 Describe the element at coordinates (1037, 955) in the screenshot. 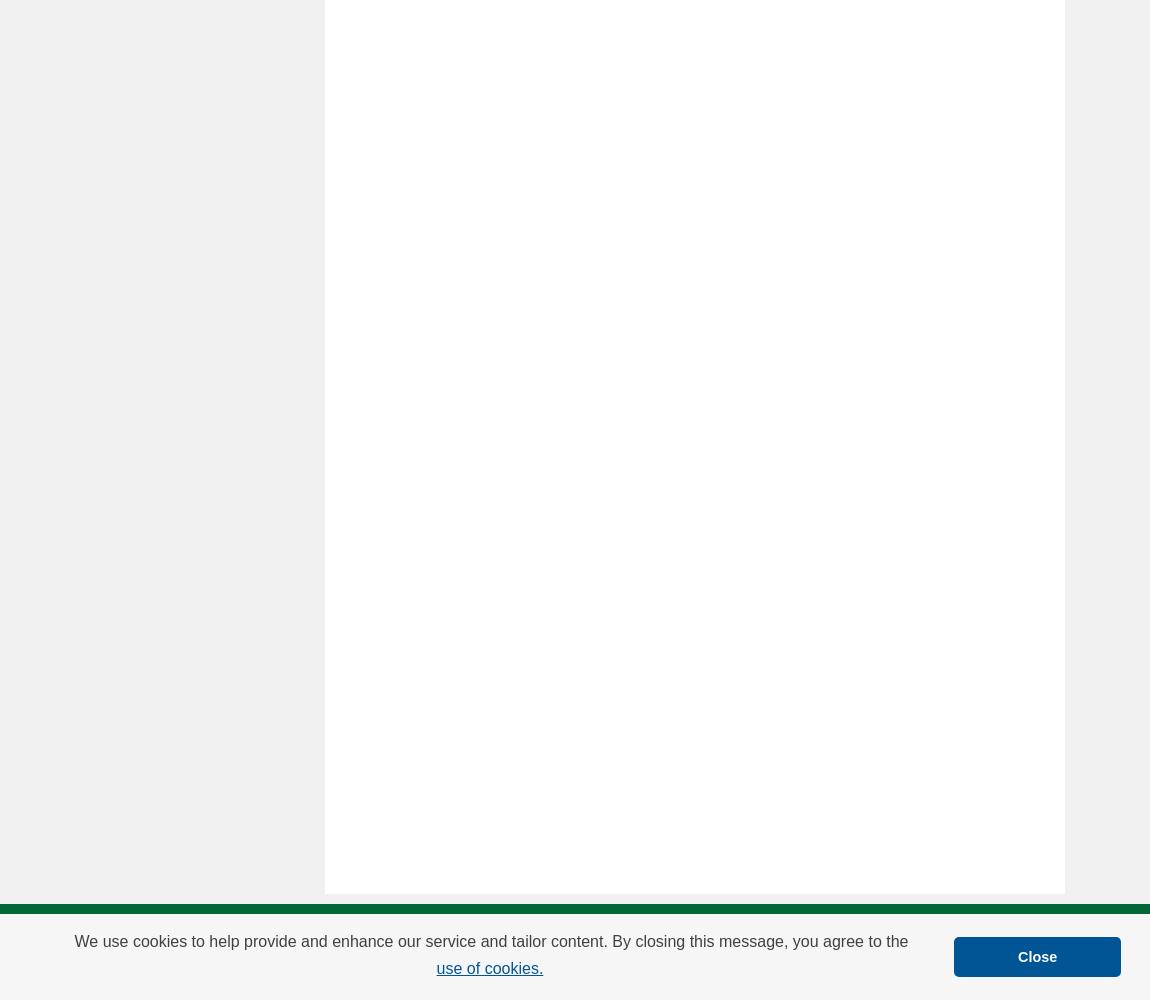

I see `'Close'` at that location.